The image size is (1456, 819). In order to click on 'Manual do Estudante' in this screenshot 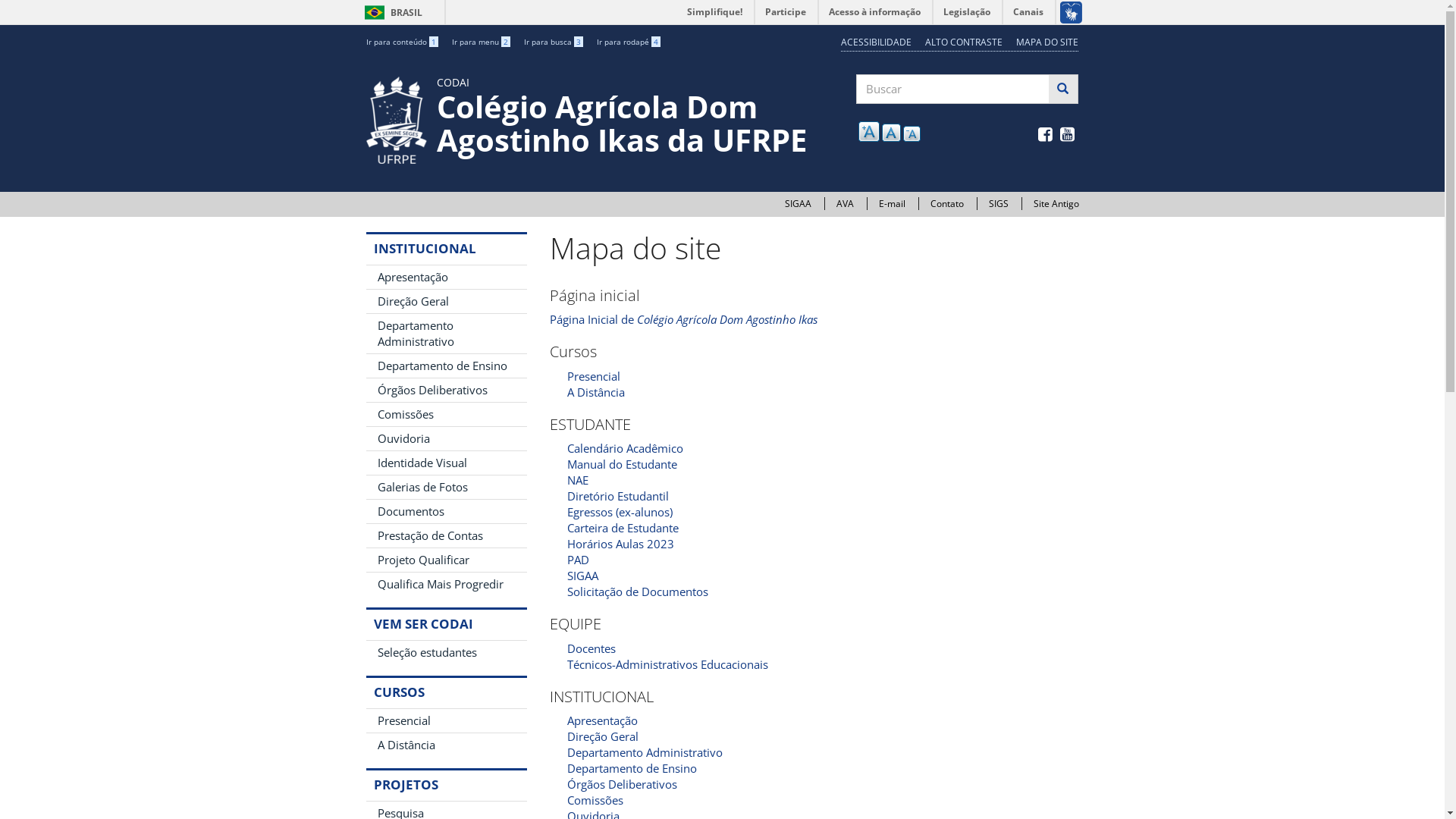, I will do `click(566, 463)`.